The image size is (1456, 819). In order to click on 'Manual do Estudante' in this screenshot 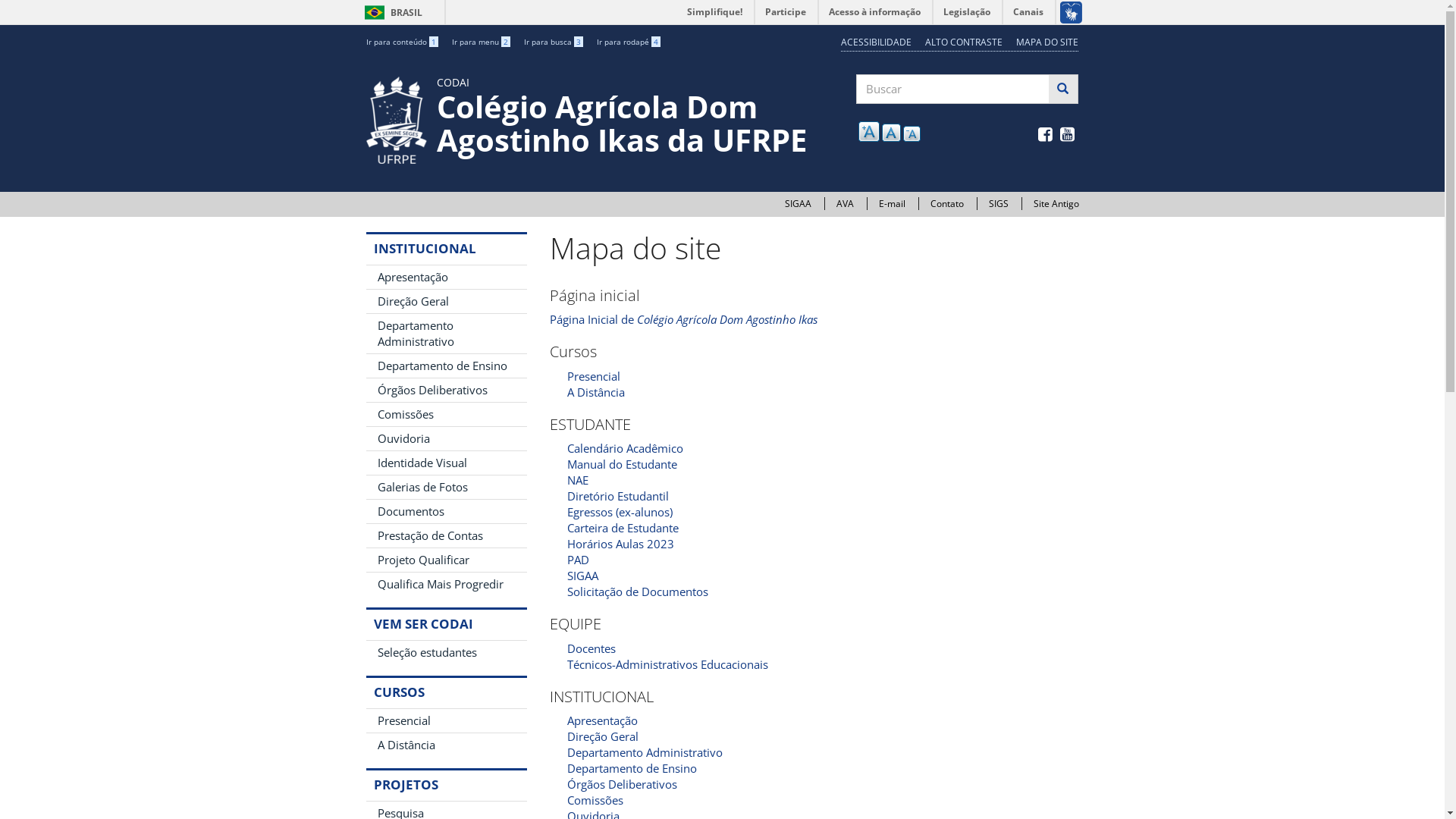, I will do `click(566, 463)`.